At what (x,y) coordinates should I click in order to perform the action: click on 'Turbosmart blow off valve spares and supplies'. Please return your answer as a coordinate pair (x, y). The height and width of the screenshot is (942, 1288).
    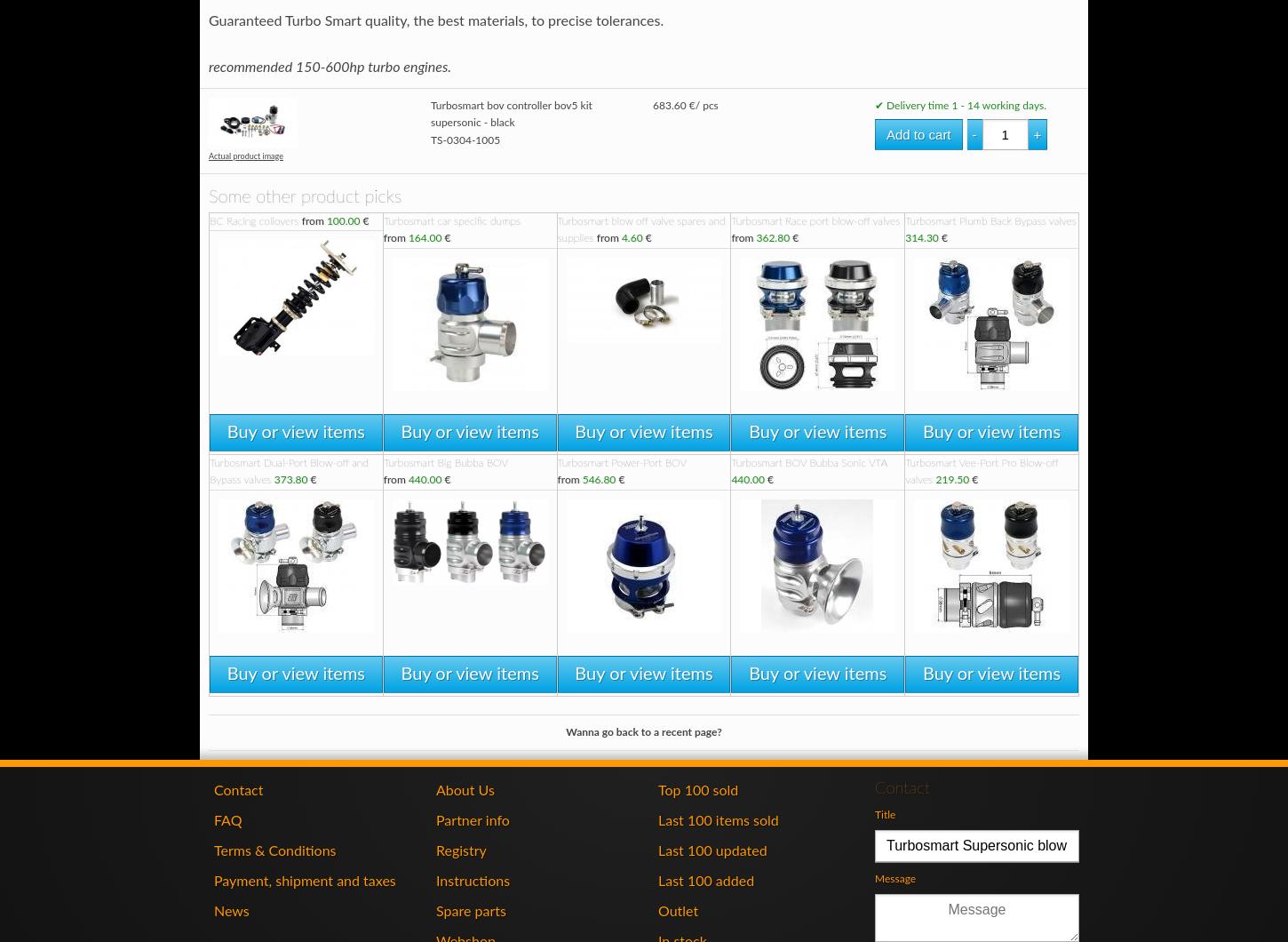
    Looking at the image, I should click on (640, 228).